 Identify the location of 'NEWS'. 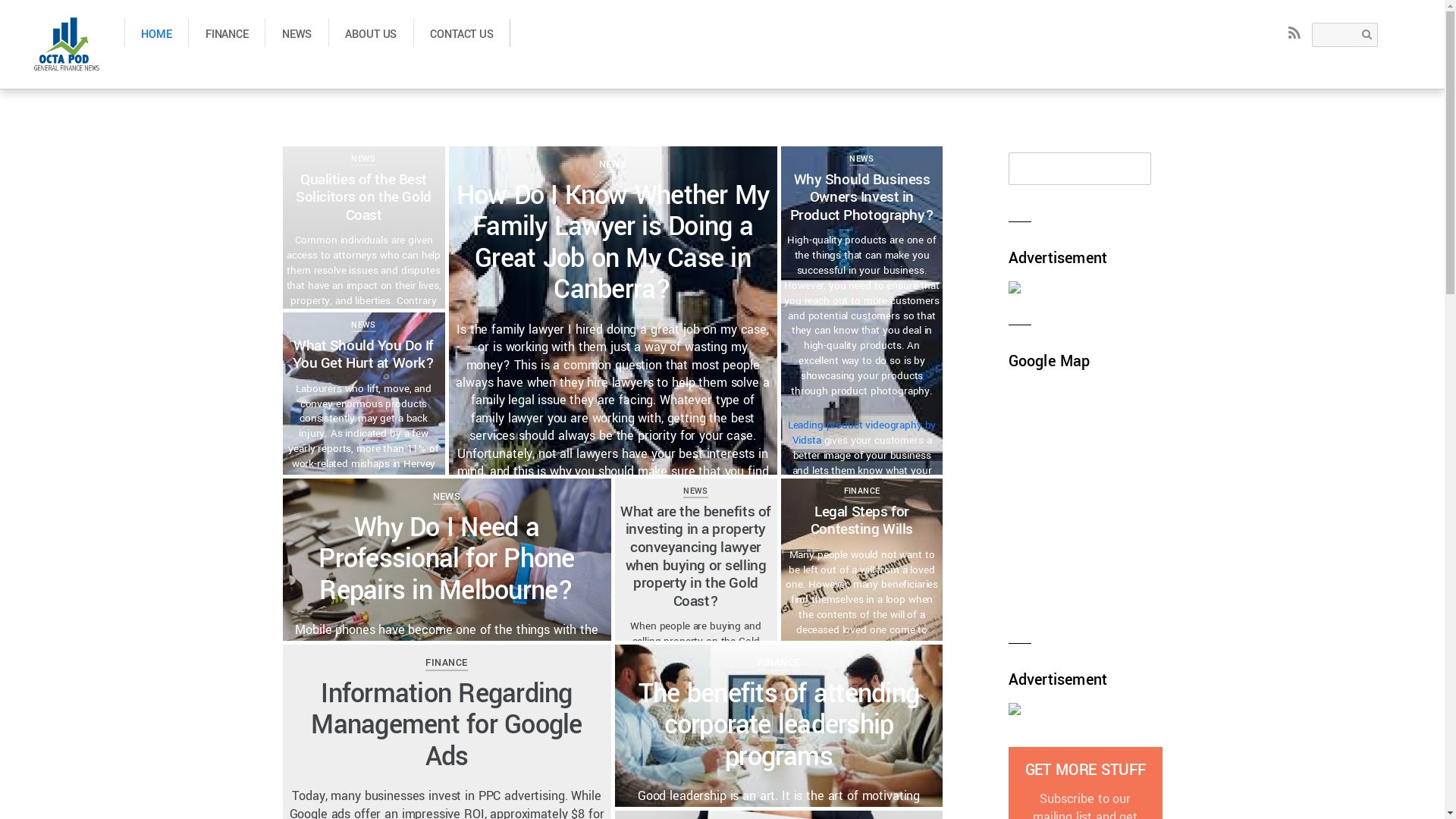
(362, 158).